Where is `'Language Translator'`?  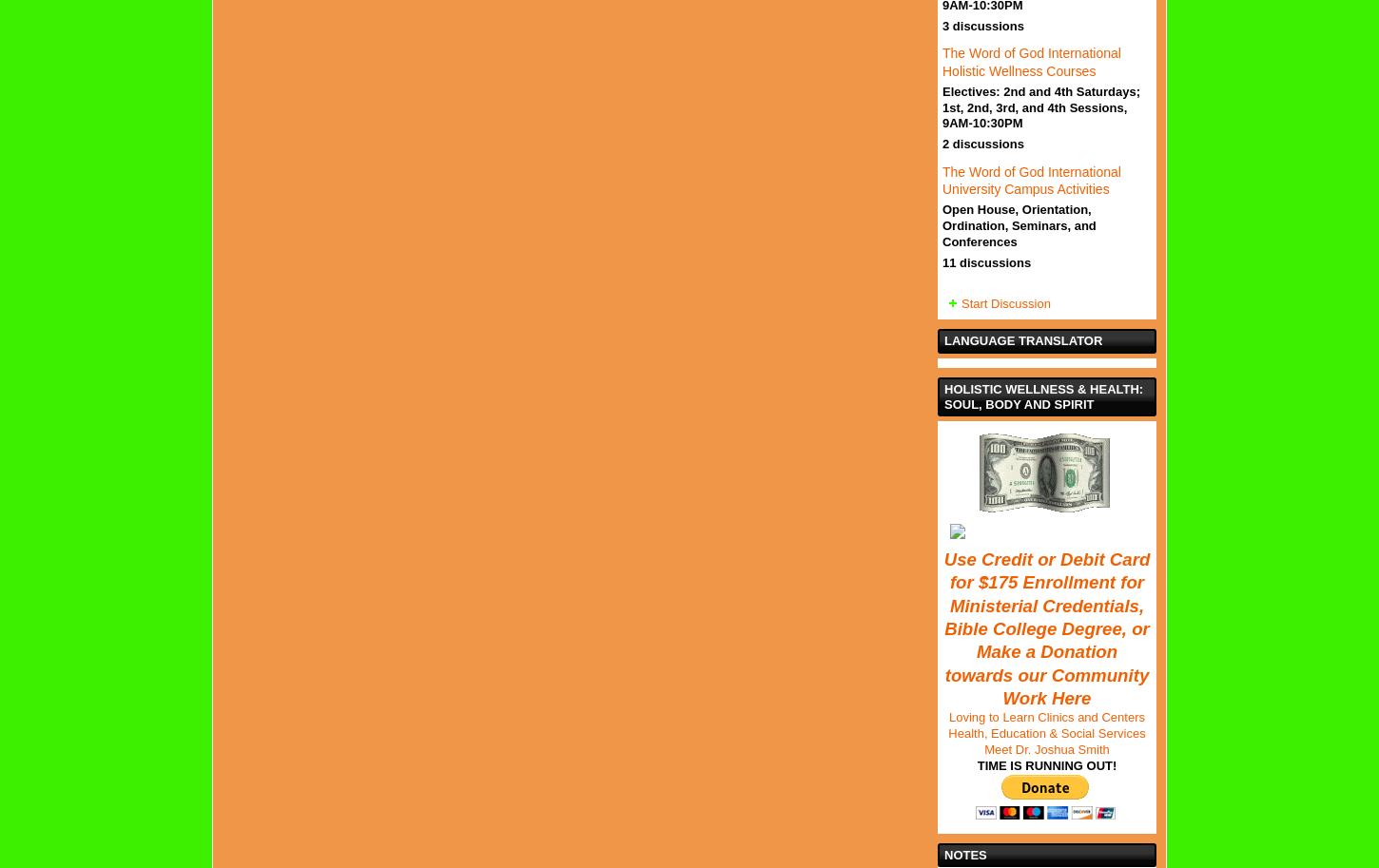
'Language Translator' is located at coordinates (1023, 340).